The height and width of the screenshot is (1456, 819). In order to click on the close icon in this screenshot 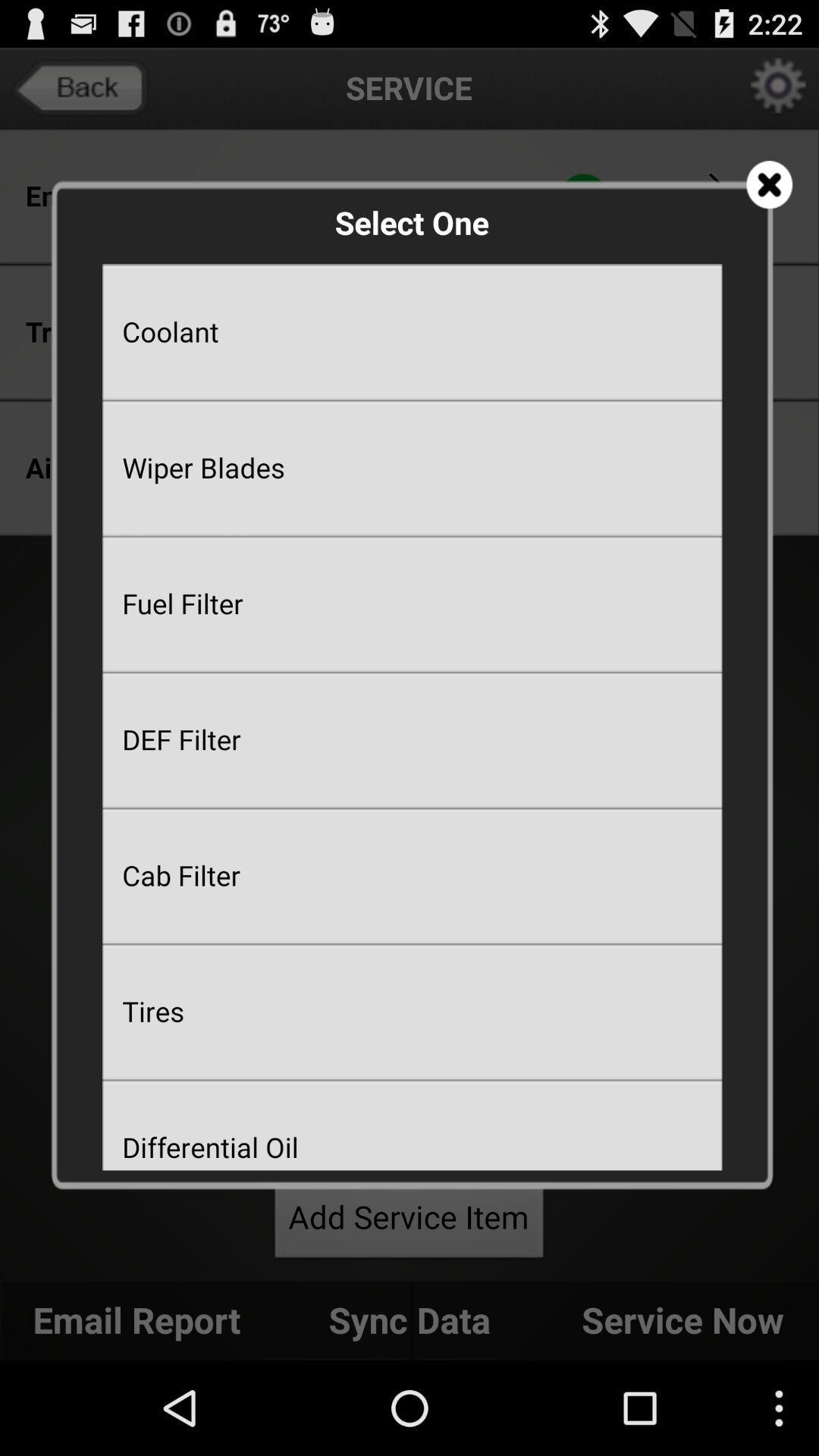, I will do `click(769, 196)`.